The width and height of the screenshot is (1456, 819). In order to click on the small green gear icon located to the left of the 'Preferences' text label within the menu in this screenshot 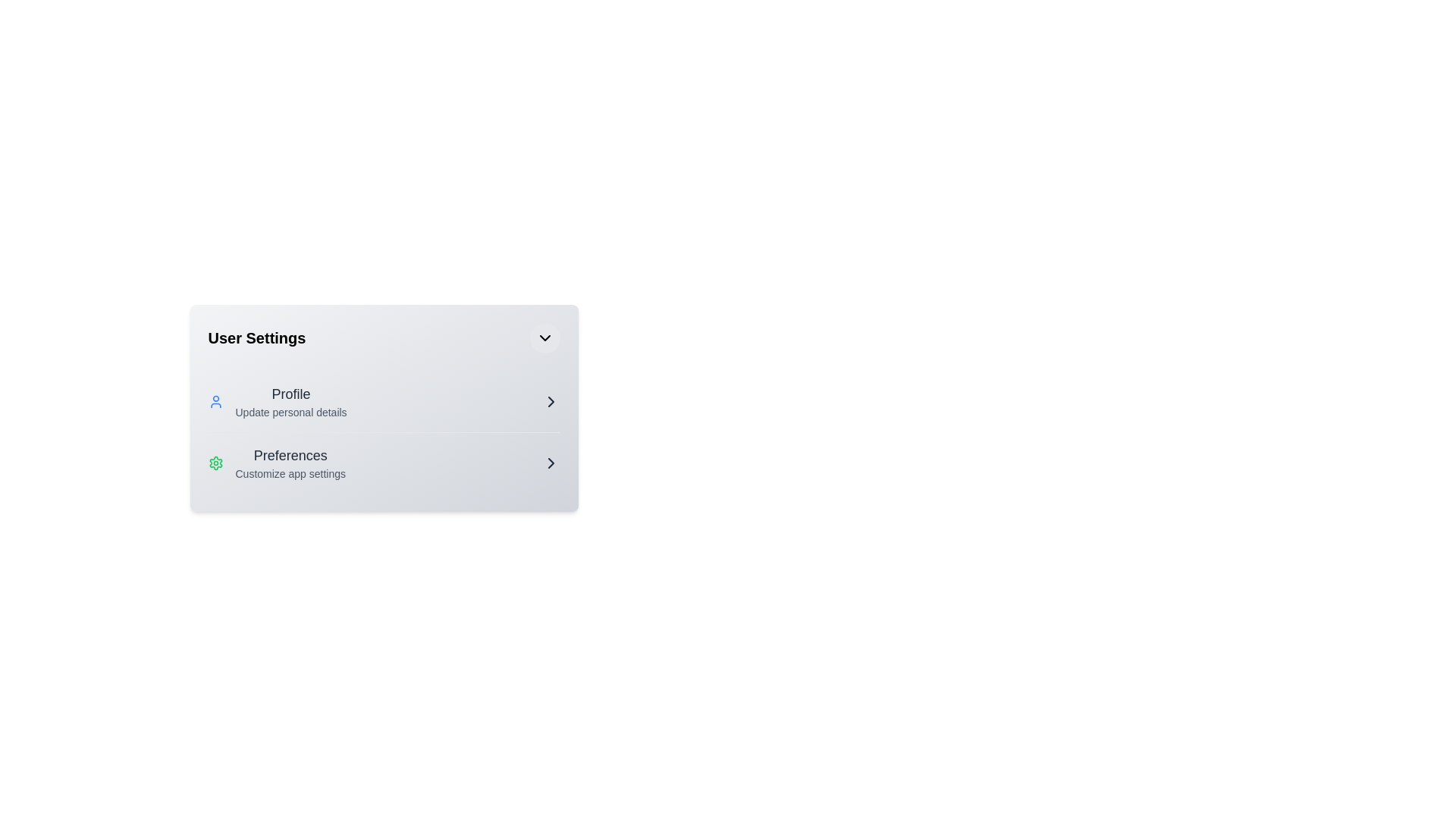, I will do `click(215, 462)`.